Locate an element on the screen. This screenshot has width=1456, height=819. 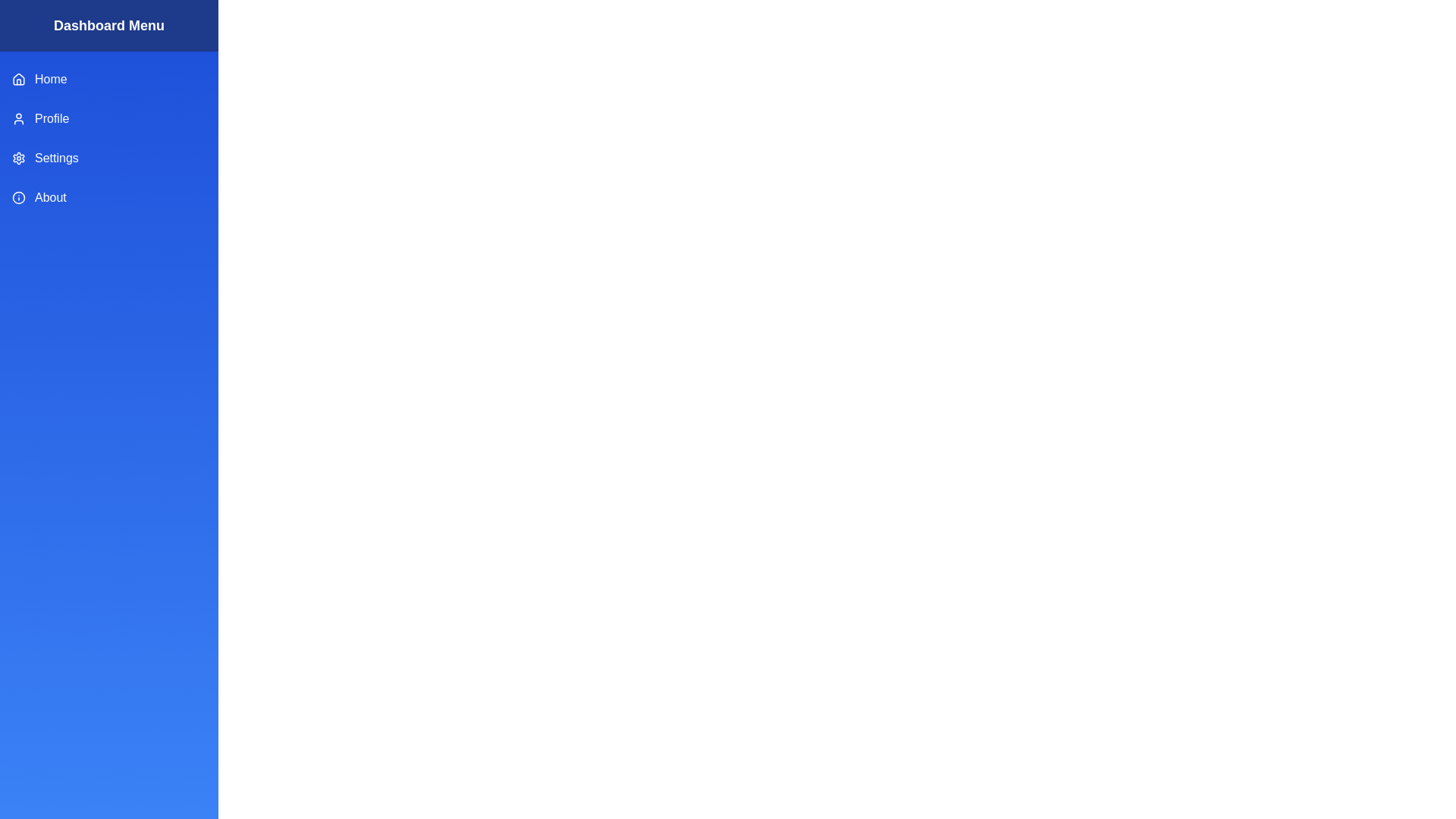
toggle button to change the visibility of the drawer is located at coordinates (29, 29).